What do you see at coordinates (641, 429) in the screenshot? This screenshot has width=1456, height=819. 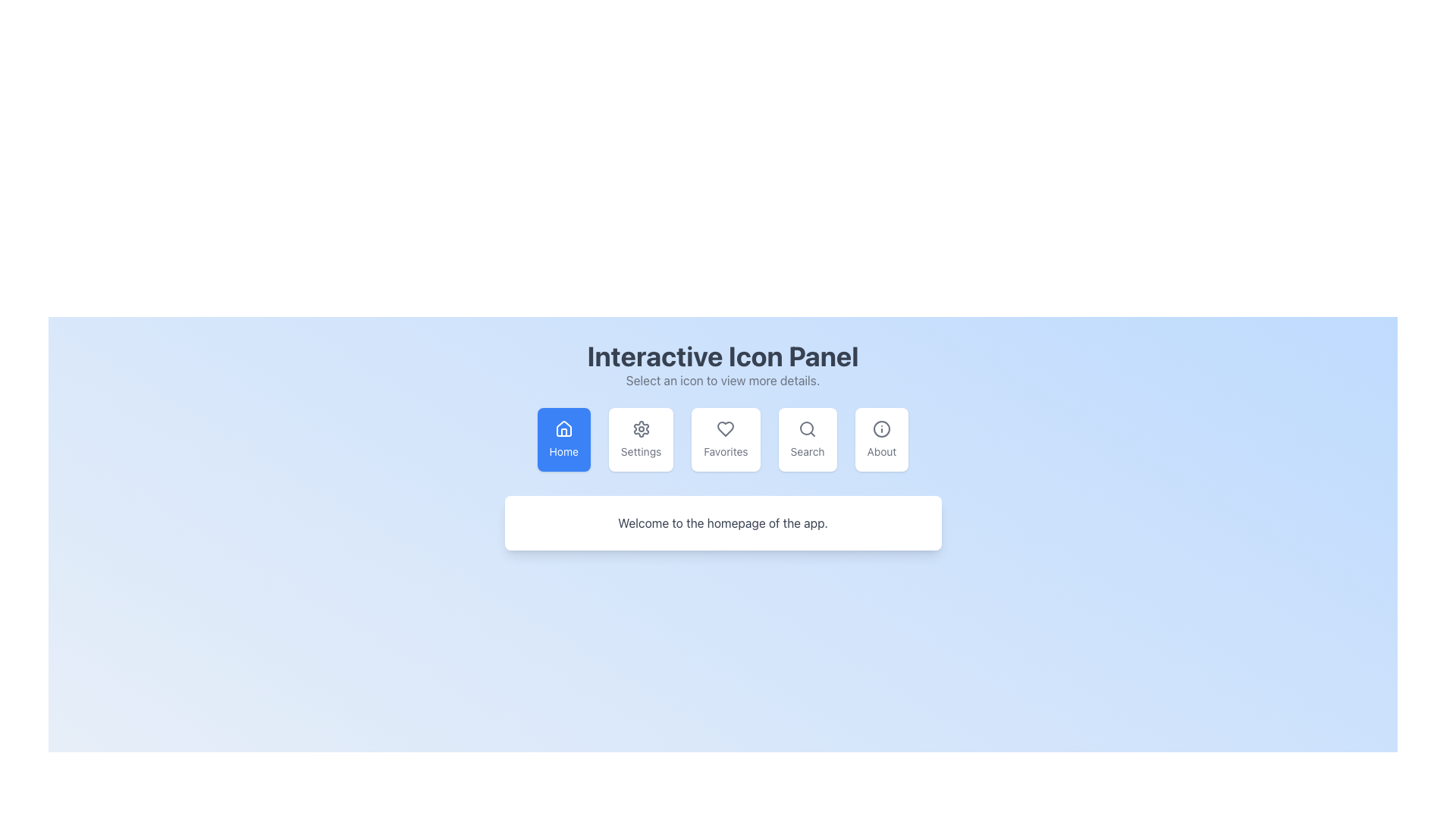 I see `the gear-shaped settings icon located at the top of the 'Settings' card` at bounding box center [641, 429].